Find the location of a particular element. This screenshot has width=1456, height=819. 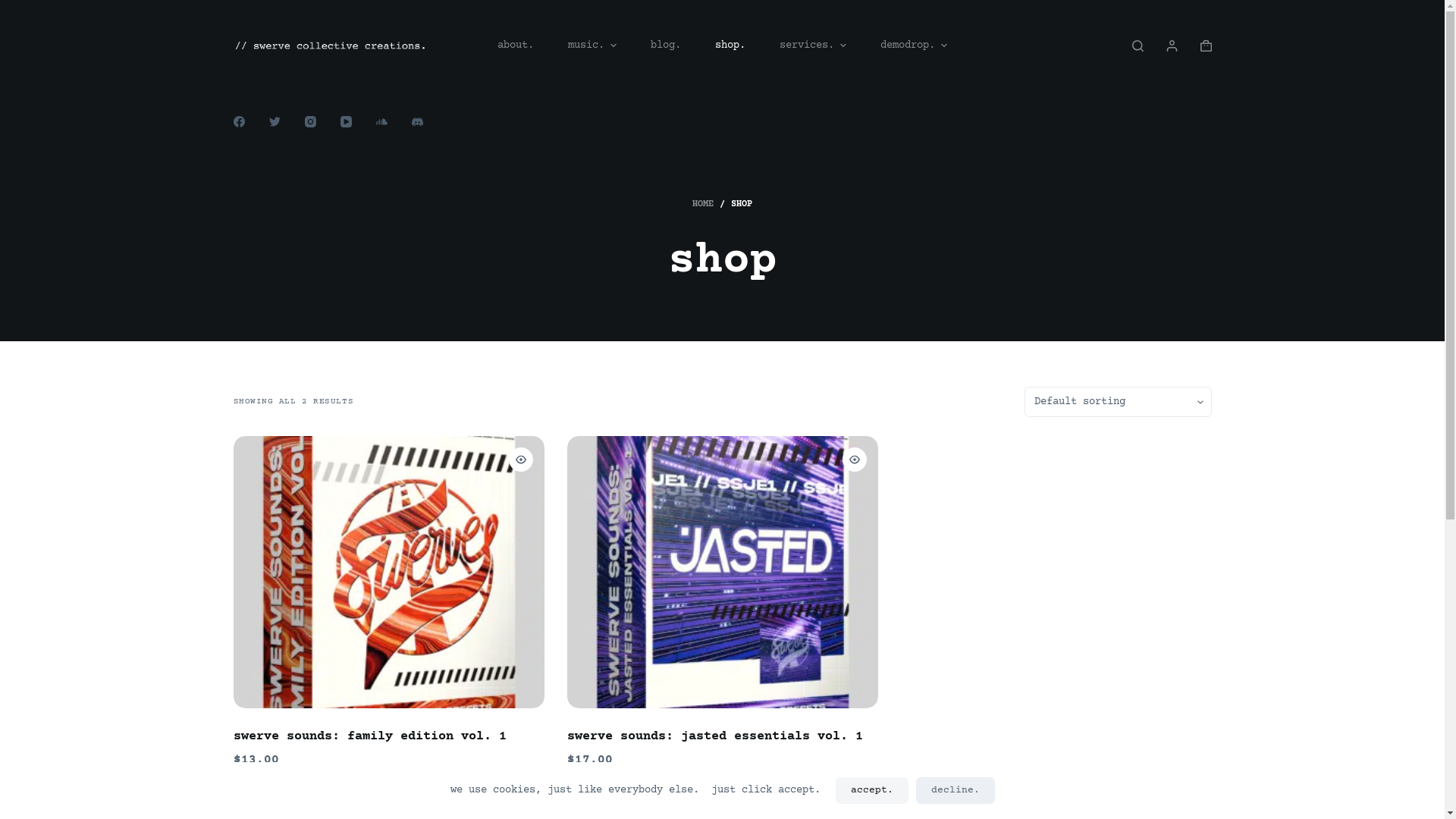

'Skip to content' is located at coordinates (14, 8).